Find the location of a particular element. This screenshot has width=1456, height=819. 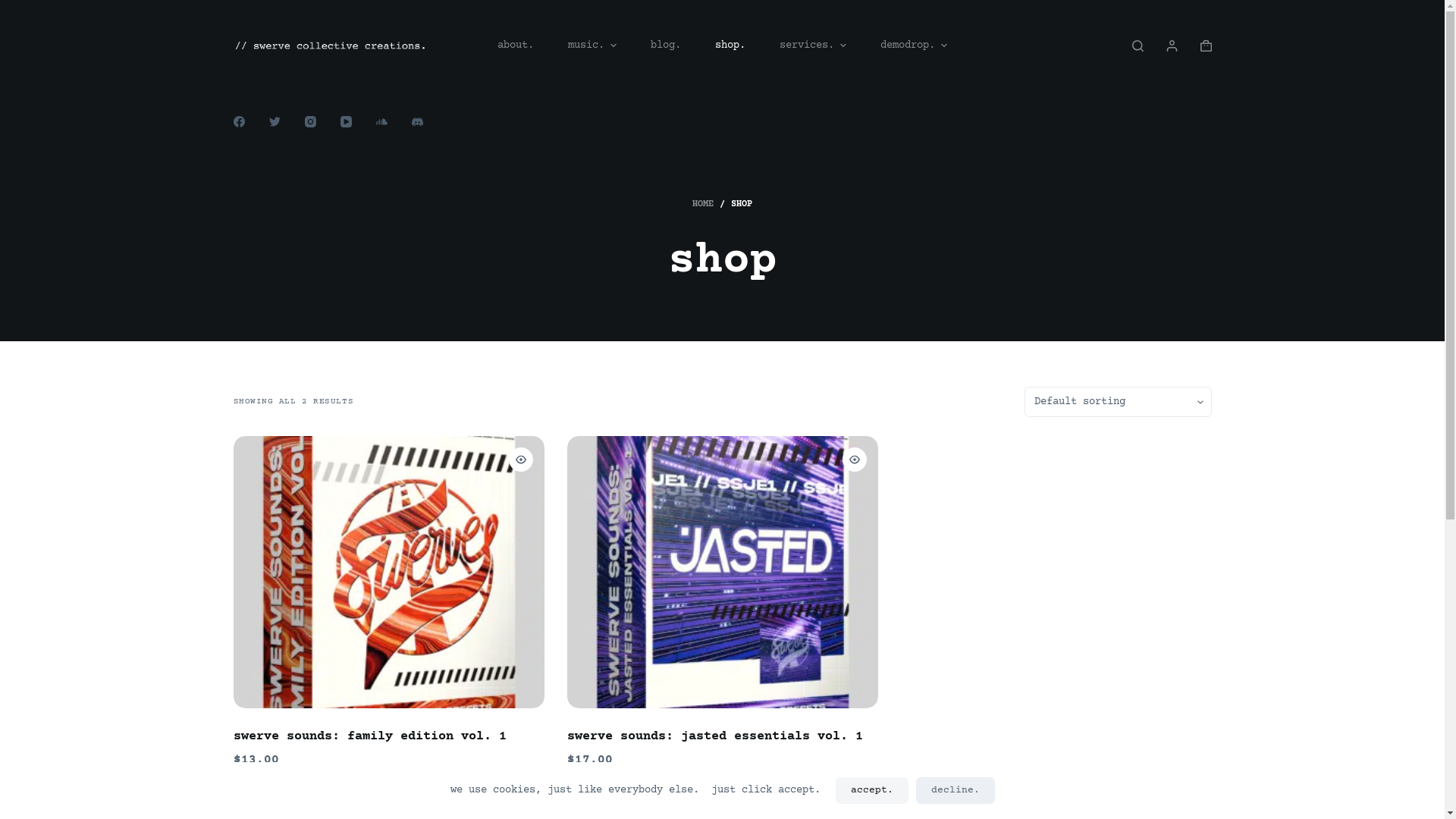

'Skip to content' is located at coordinates (14, 8).